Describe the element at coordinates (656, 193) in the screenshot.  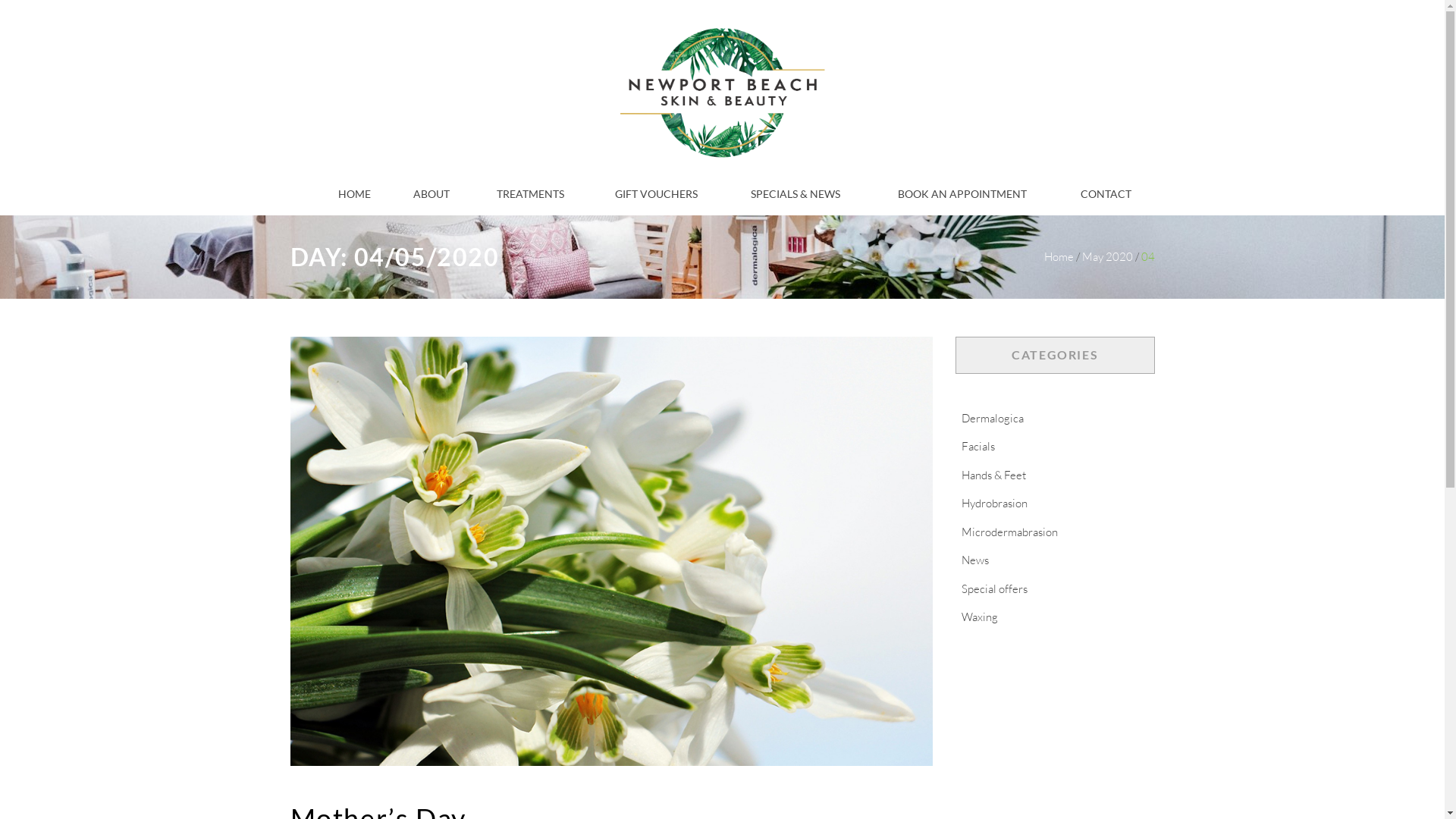
I see `'GIFT VOUCHERS'` at that location.